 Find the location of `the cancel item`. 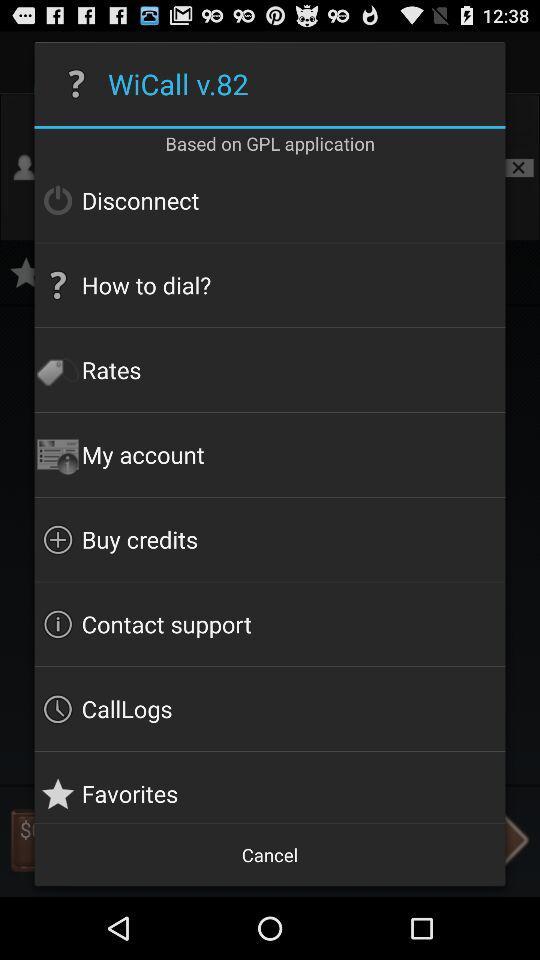

the cancel item is located at coordinates (270, 853).